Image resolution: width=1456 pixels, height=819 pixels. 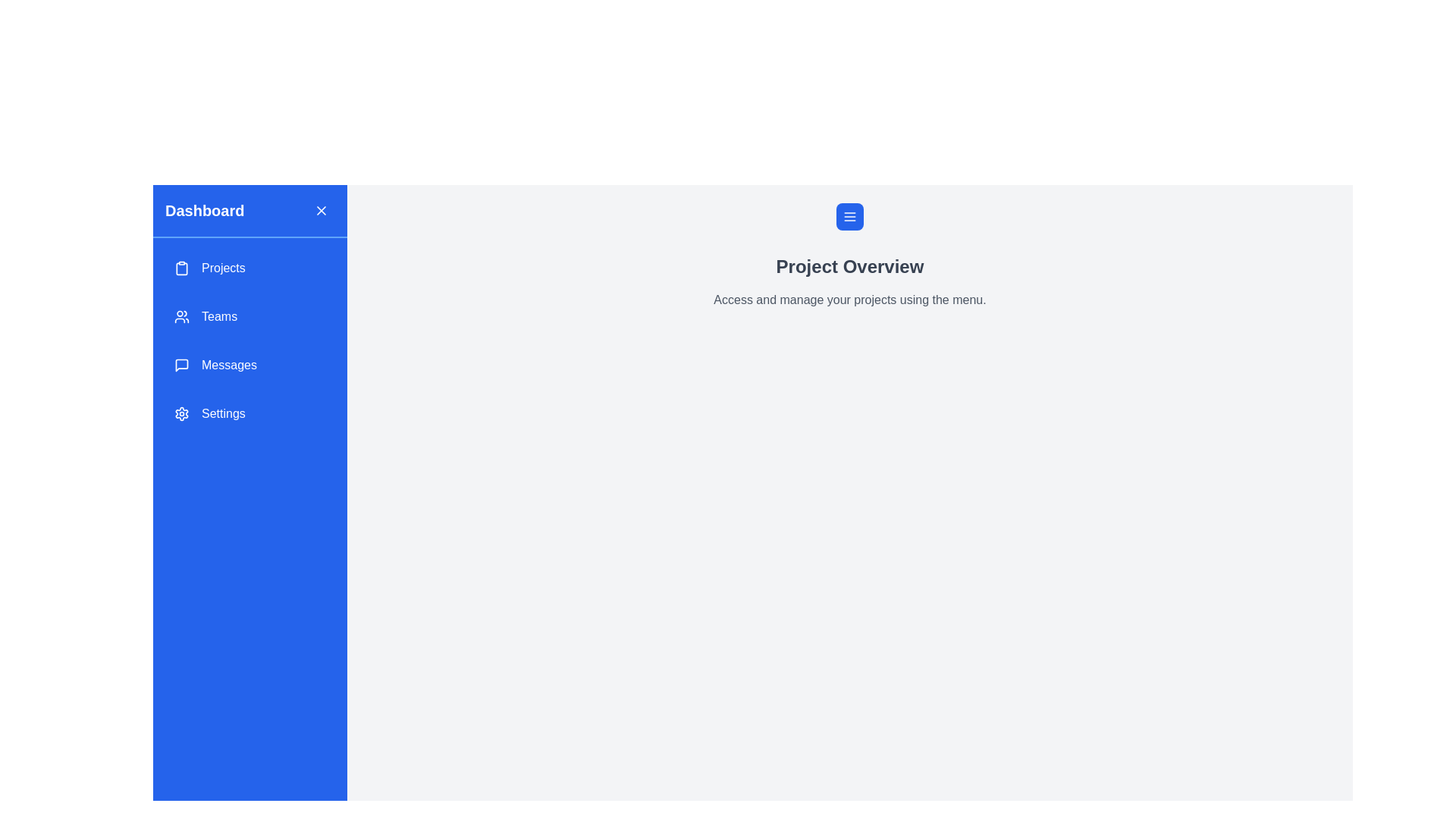 What do you see at coordinates (182, 315) in the screenshot?
I see `the blue outline graphic icon depicting a group of people, which is the leftmost icon in the navigation menu's 'Teams' row` at bounding box center [182, 315].